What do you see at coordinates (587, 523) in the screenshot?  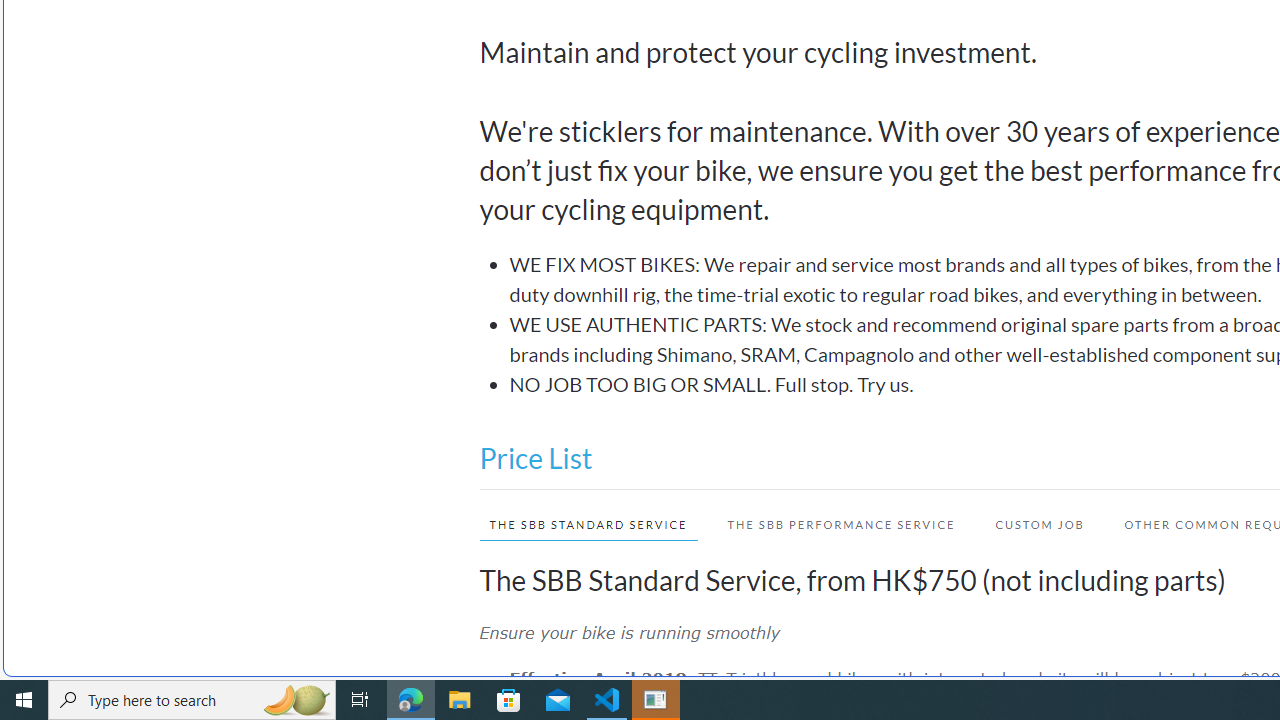 I see `'THE SBB STANDARD SERVICE'` at bounding box center [587, 523].